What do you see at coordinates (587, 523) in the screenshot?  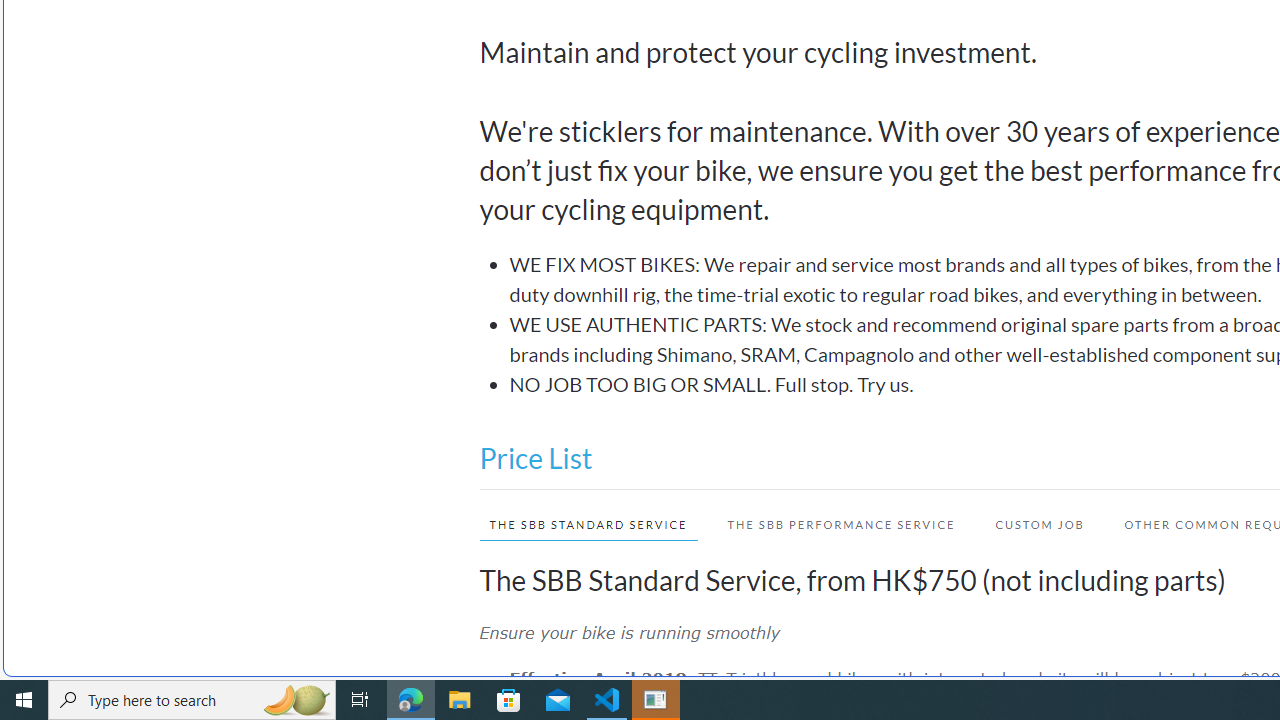 I see `'THE SBB STANDARD SERVICE'` at bounding box center [587, 523].